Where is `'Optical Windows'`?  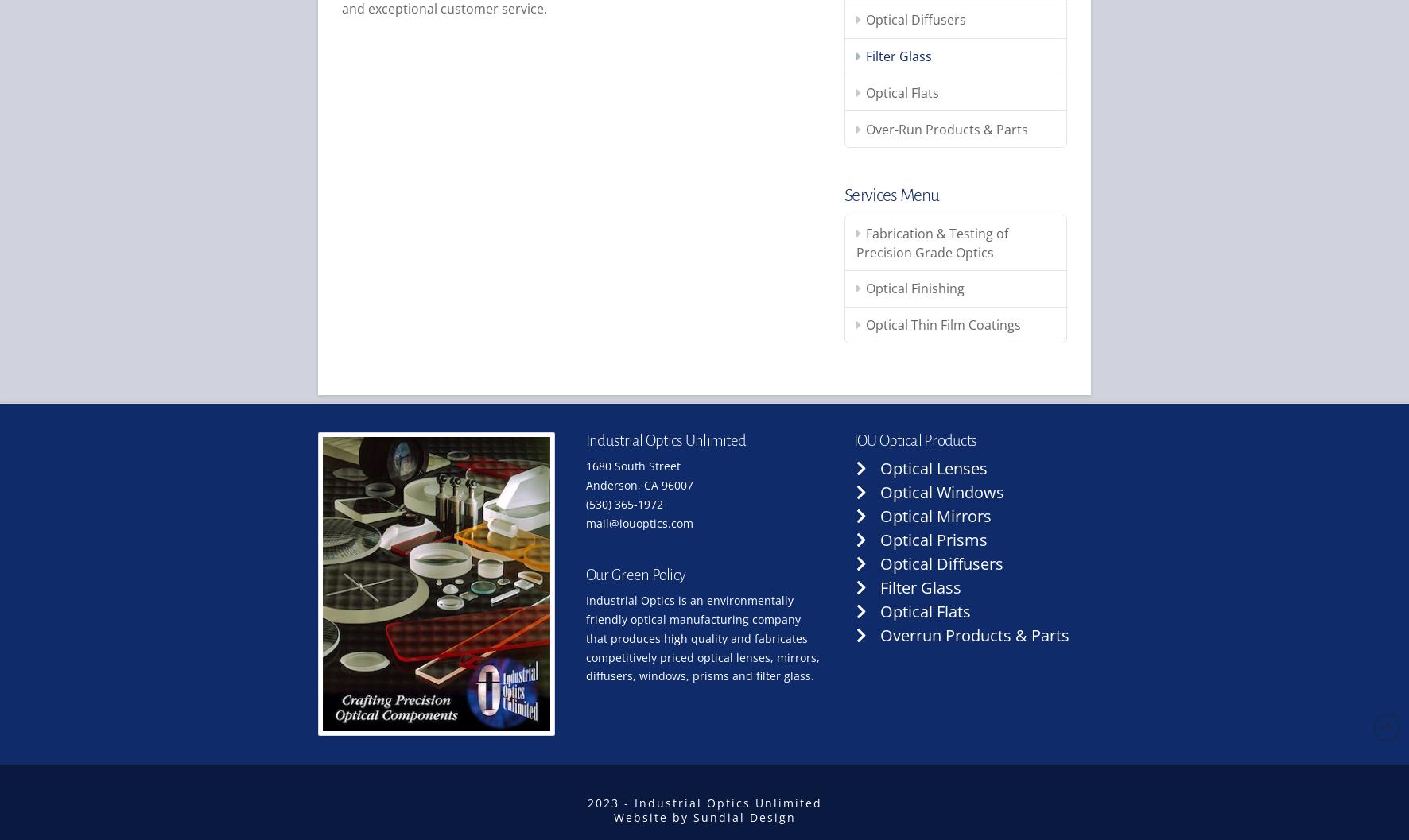
'Optical Windows' is located at coordinates (879, 492).